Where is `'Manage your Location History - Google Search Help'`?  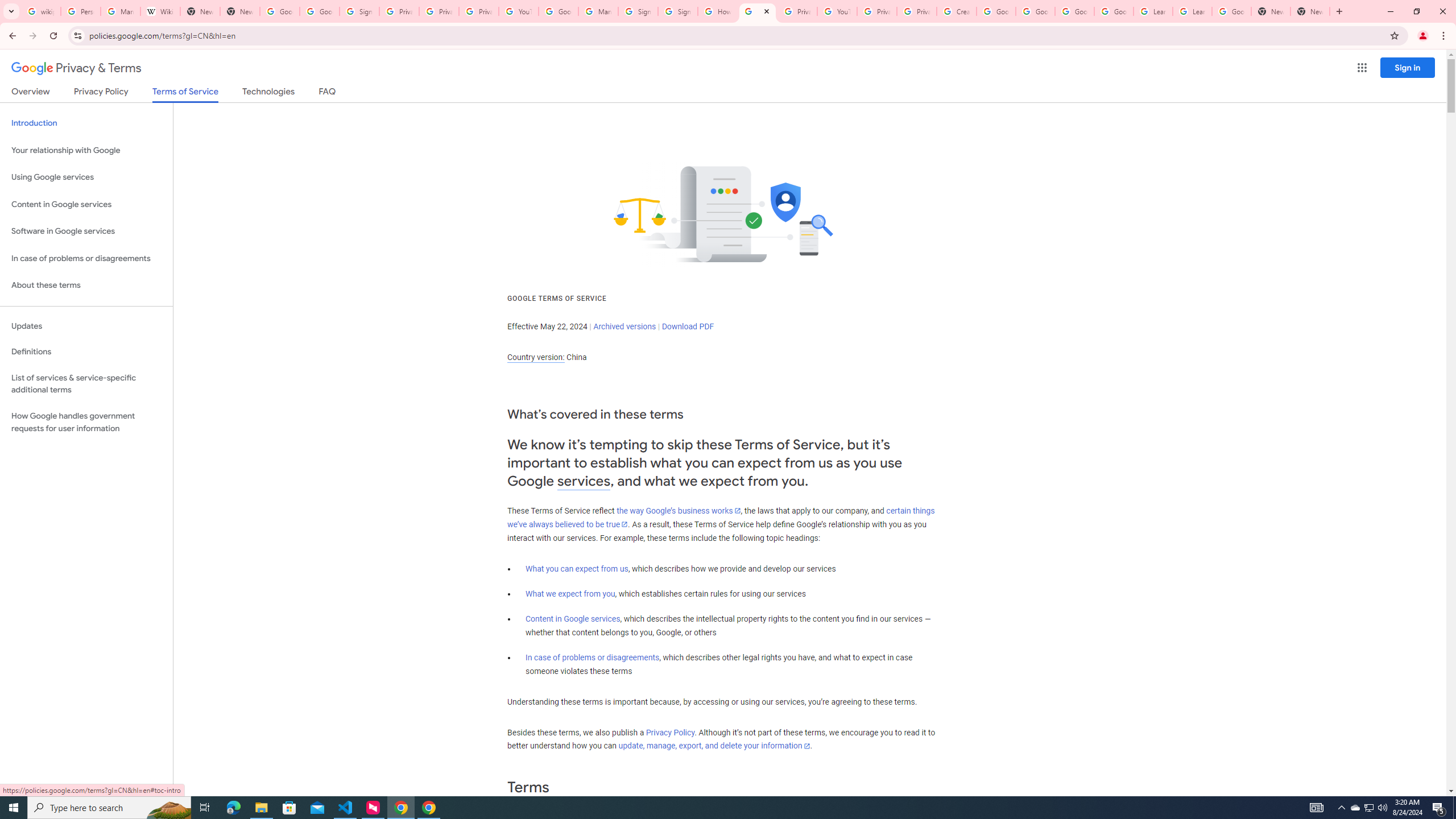
'Manage your Location History - Google Search Help' is located at coordinates (120, 11).